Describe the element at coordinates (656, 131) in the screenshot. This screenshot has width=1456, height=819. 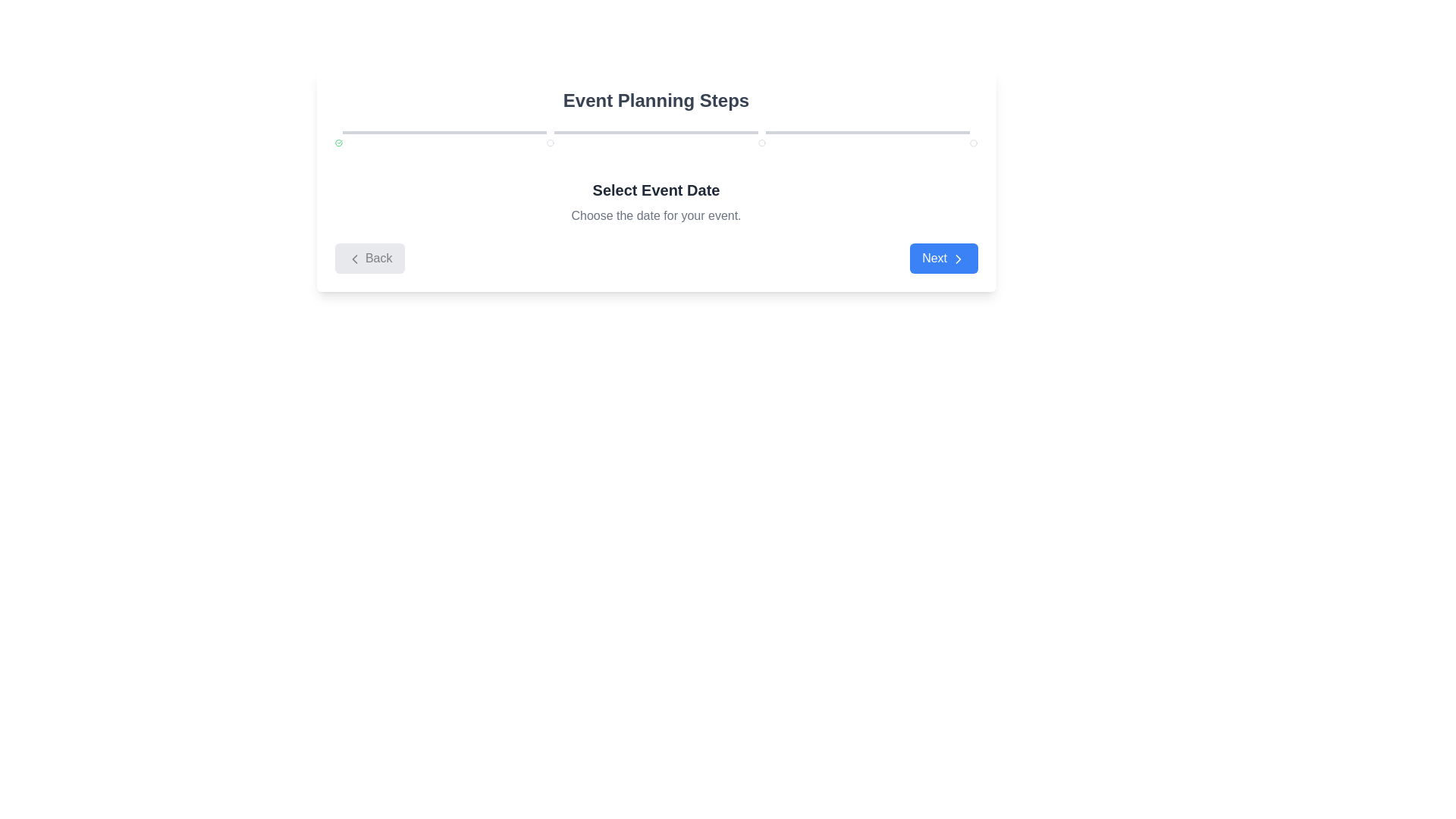
I see `the second segment of the progress indicator, which is a thin rectangular gray line located in the middle of the horizontal progress bar` at that location.